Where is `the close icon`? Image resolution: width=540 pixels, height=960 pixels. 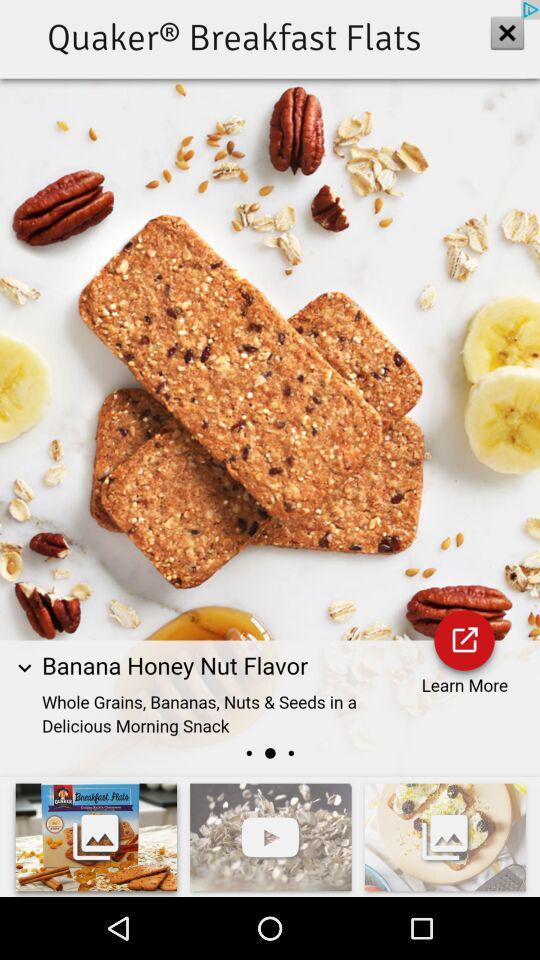 the close icon is located at coordinates (507, 34).